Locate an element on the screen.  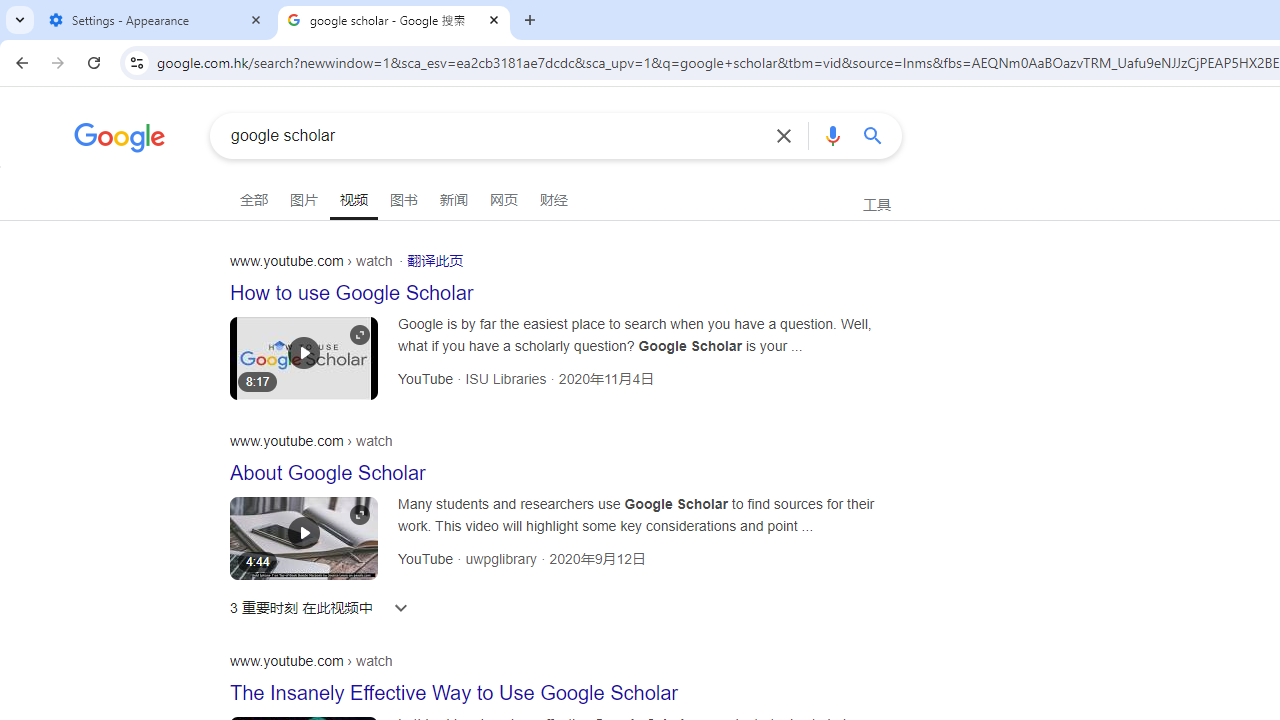
'Settings - Appearance' is located at coordinates (155, 20).